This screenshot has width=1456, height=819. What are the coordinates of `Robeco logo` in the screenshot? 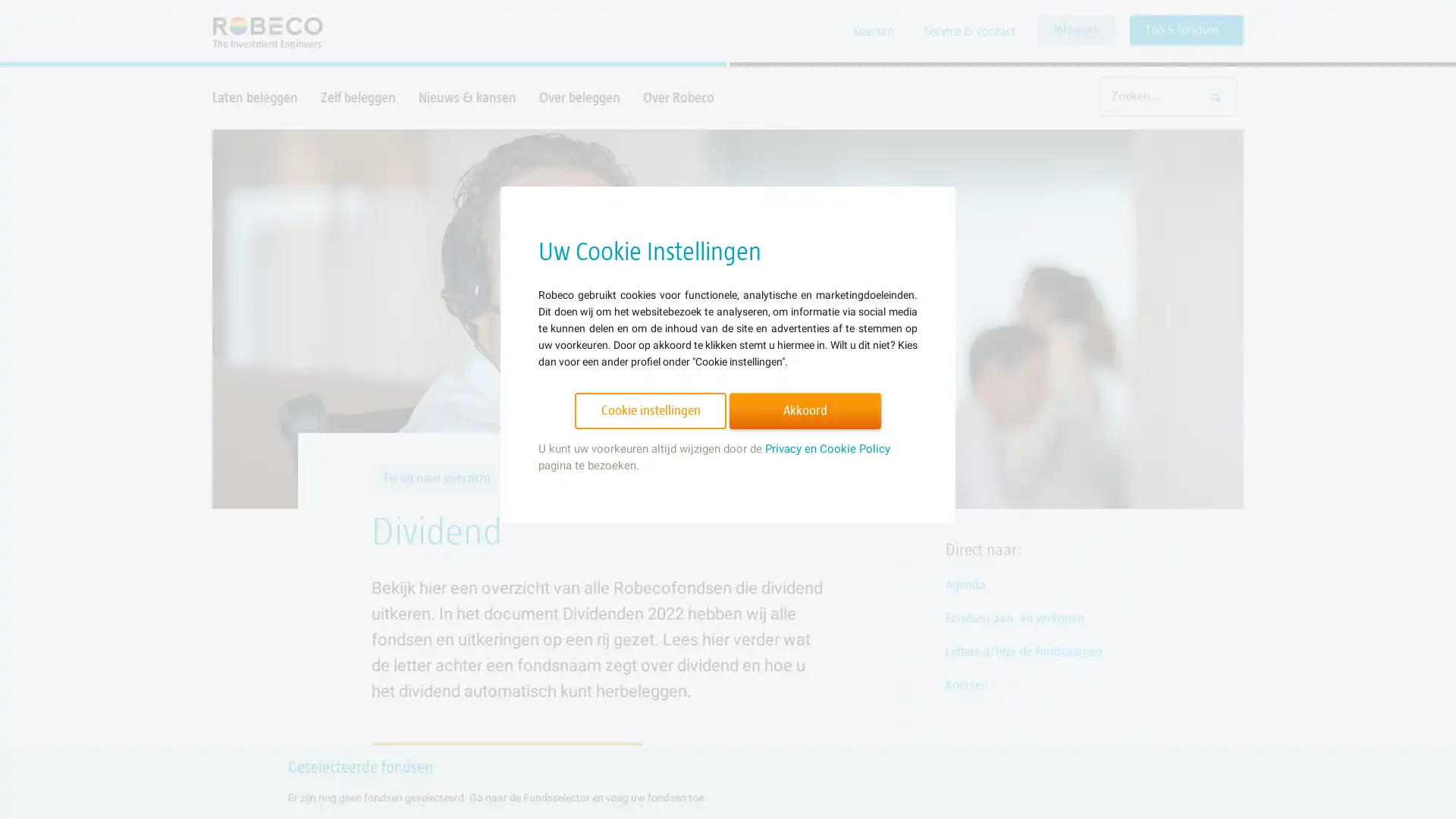 It's located at (260, 31).